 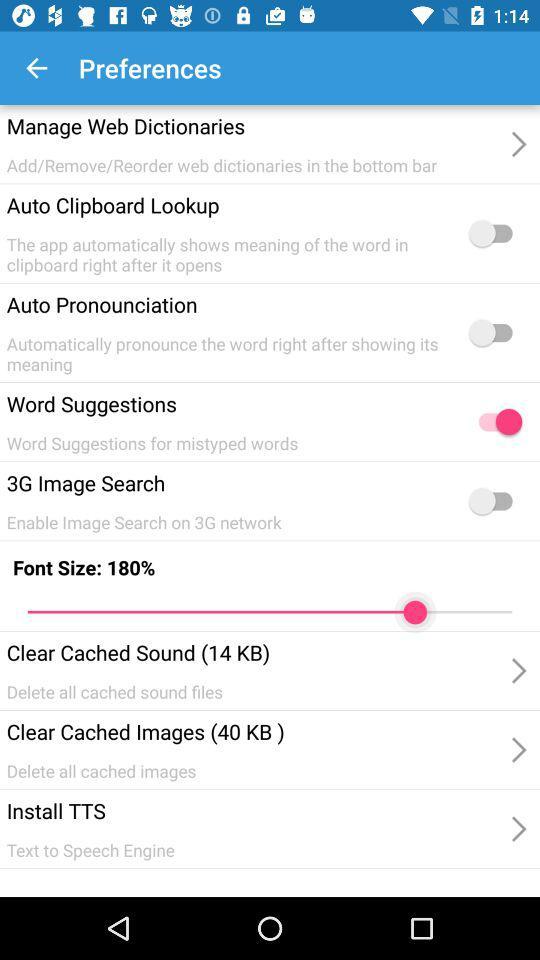 I want to click on auto clipboard lookup, so click(x=494, y=233).